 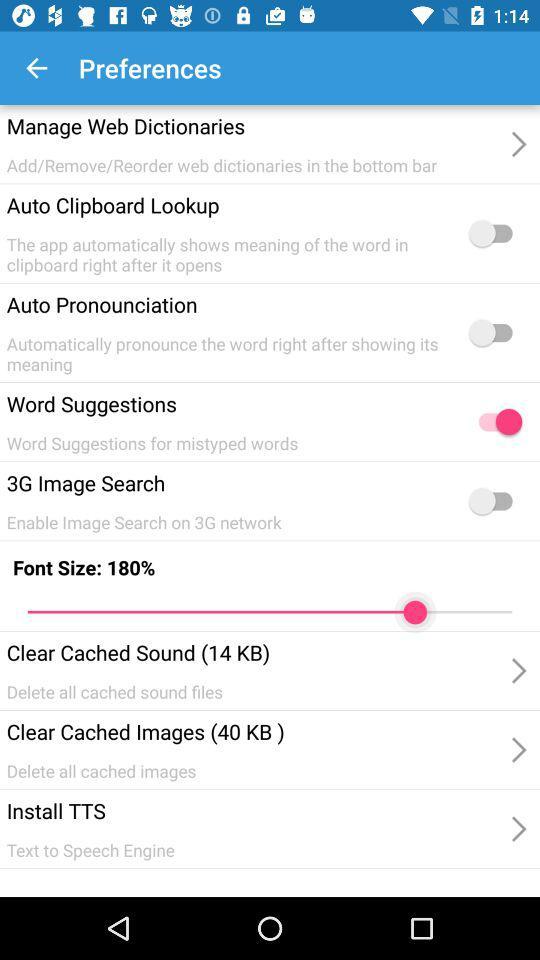 I want to click on auto clipboard lookup, so click(x=494, y=233).